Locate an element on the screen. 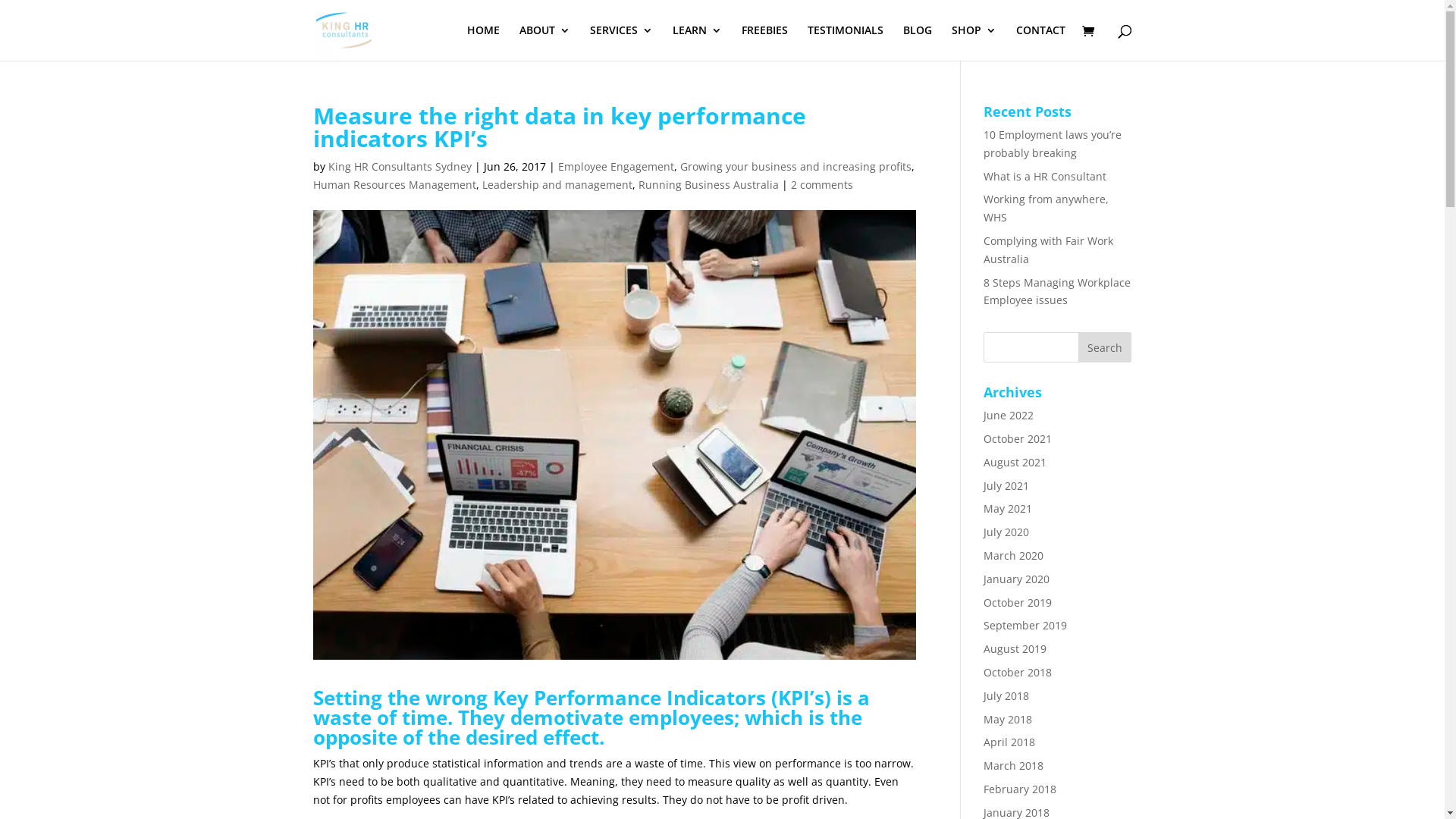  'June 2022' is located at coordinates (1008, 415).